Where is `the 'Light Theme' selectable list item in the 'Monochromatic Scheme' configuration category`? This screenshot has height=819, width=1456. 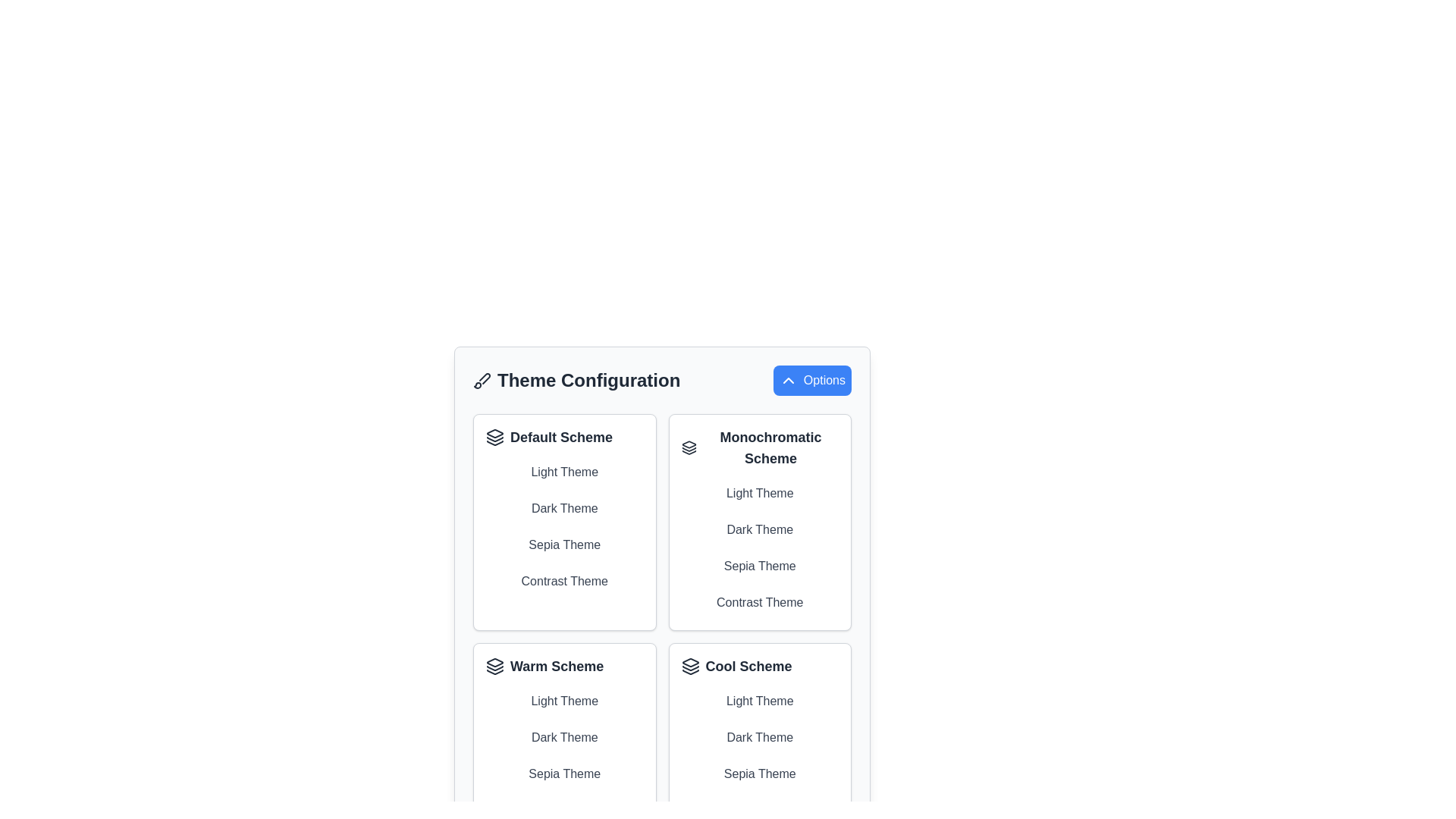
the 'Light Theme' selectable list item in the 'Monochromatic Scheme' configuration category is located at coordinates (760, 494).